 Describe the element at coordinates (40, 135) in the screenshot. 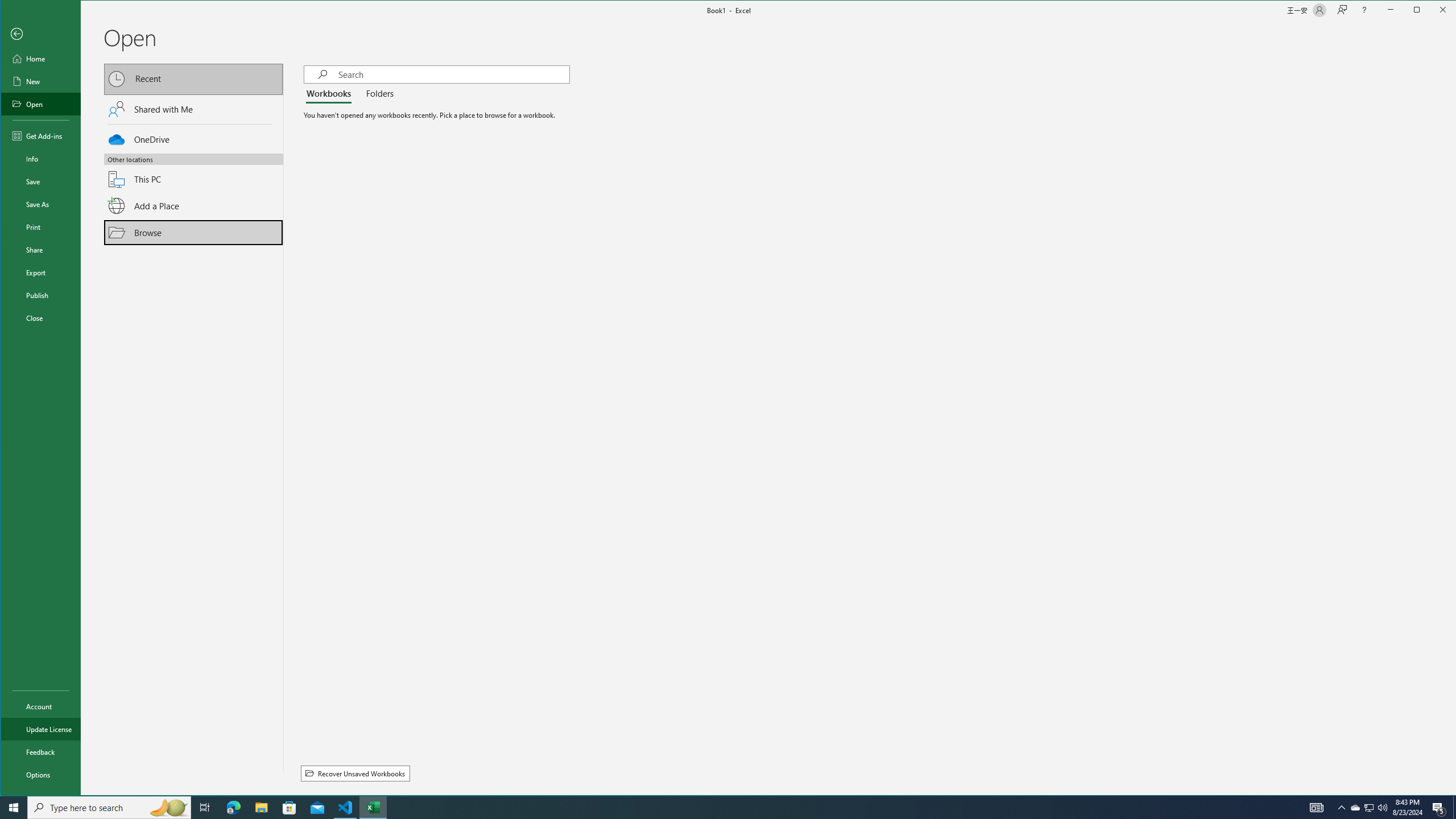

I see `'Get Add-ins'` at that location.